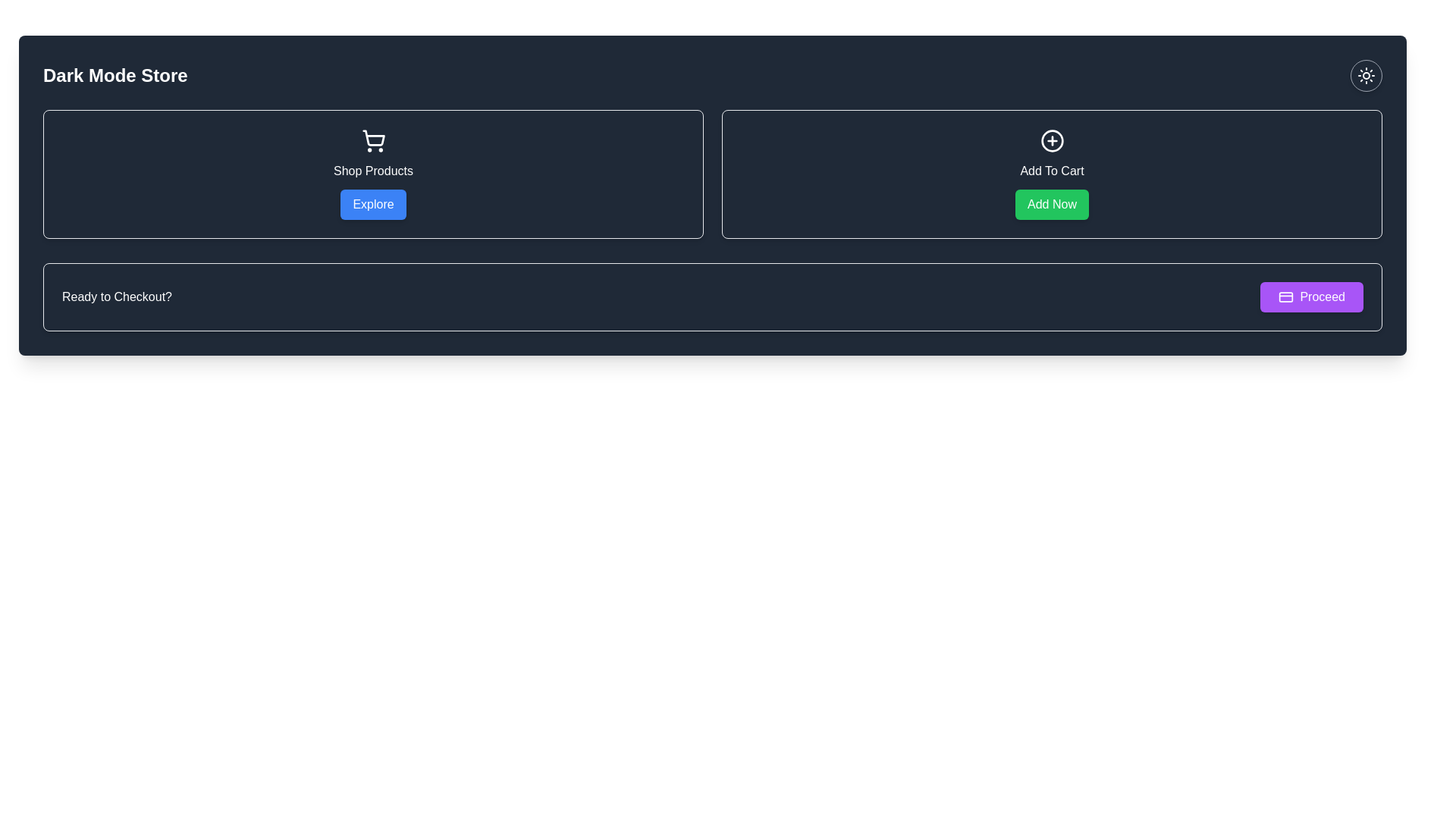 Image resolution: width=1456 pixels, height=819 pixels. Describe the element at coordinates (1285, 297) in the screenshot. I see `the rectangular icon representing a credit card, which is styled with rounded corners and positioned in the center of the graphic representation of a credit card` at that location.